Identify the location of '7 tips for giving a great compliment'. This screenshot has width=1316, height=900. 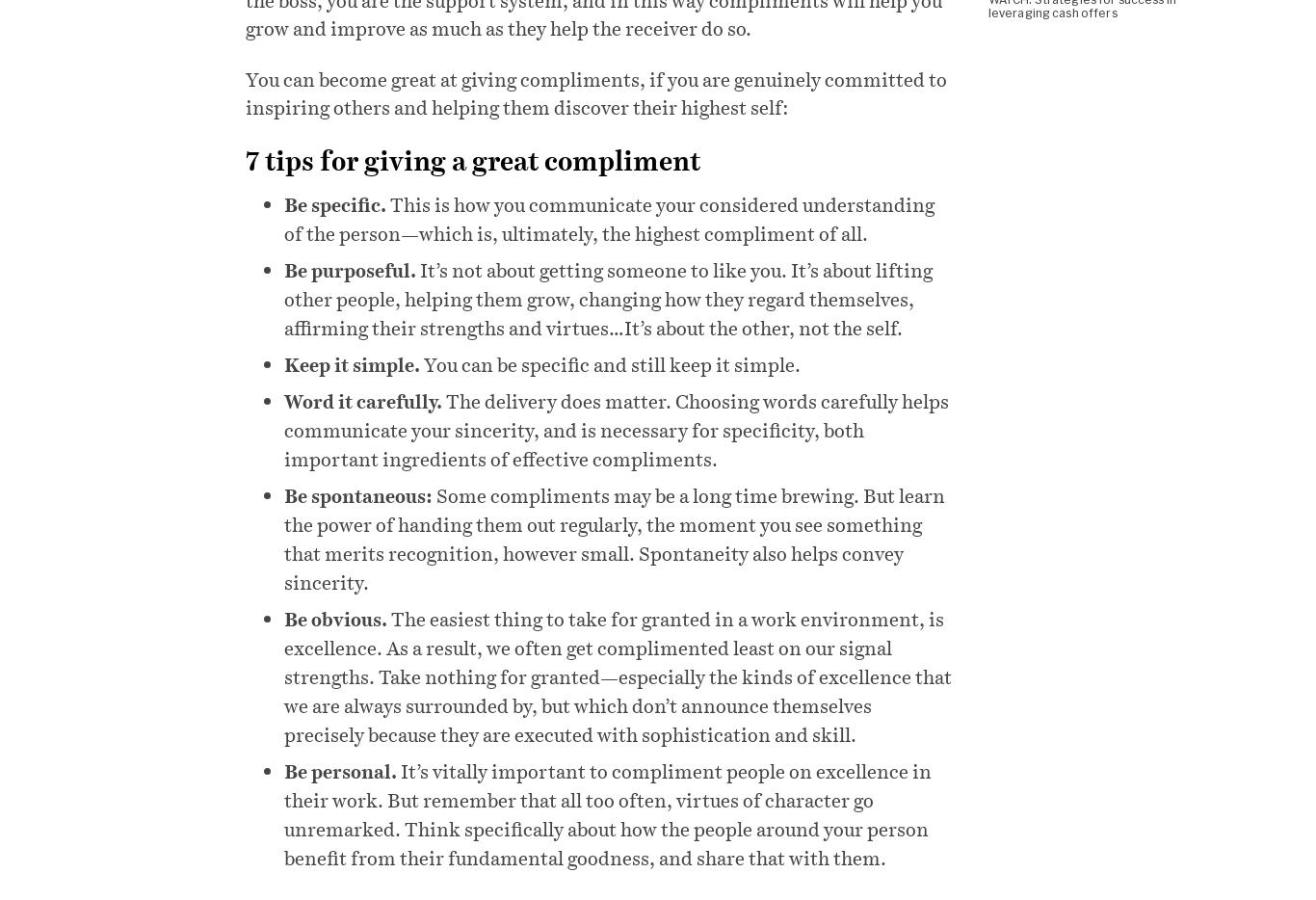
(472, 159).